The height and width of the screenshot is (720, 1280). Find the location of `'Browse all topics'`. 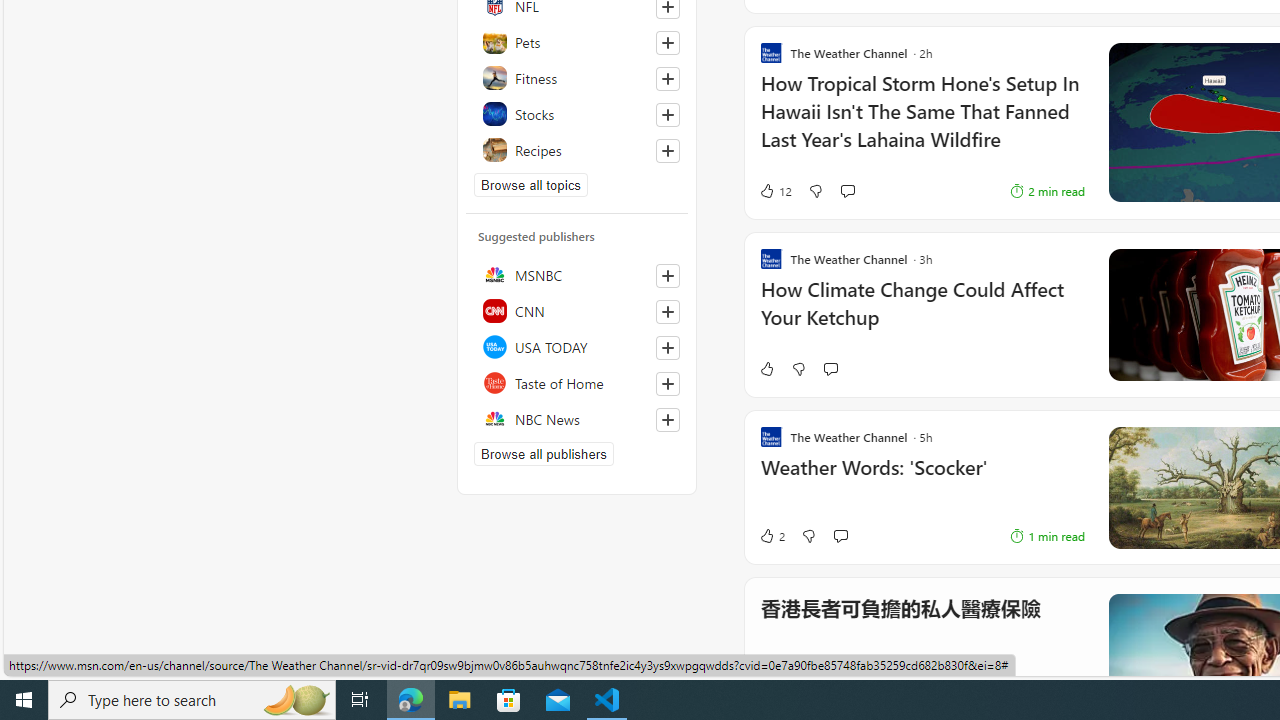

'Browse all topics' is located at coordinates (531, 185).